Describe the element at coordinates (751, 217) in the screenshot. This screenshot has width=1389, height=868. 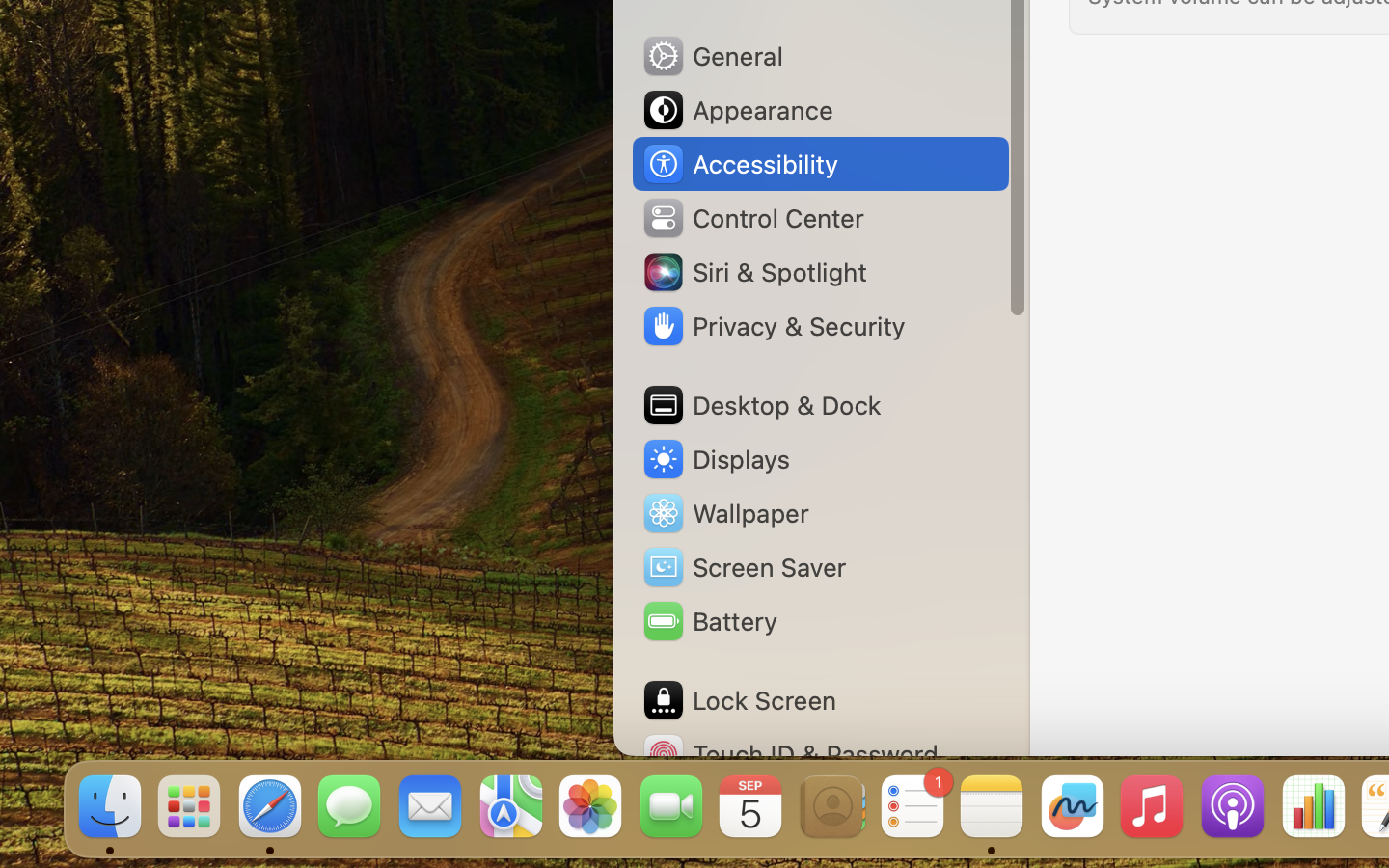
I see `'Control Center'` at that location.